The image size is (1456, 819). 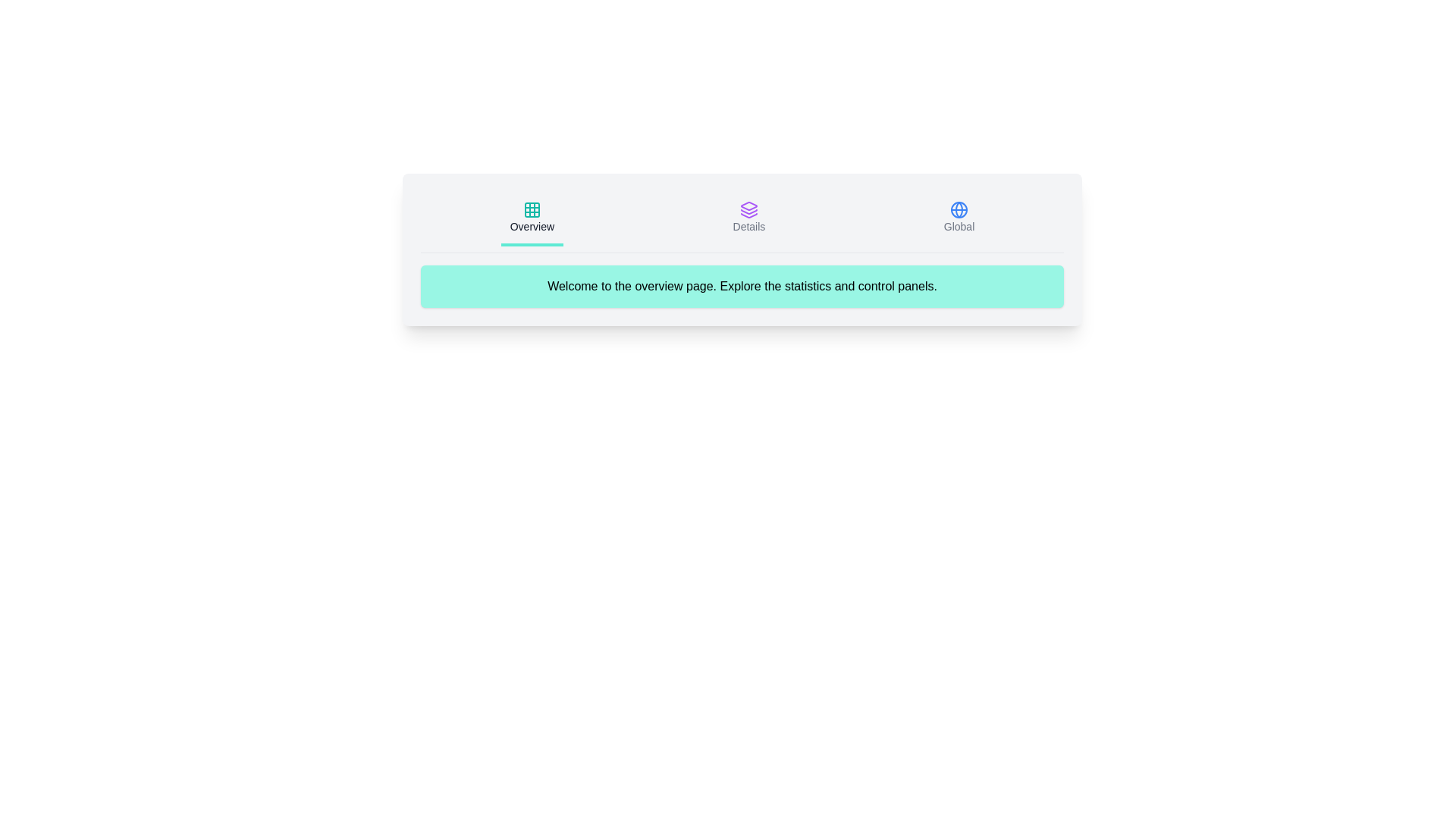 I want to click on the tab labeled Overview to switch to the corresponding tab, so click(x=531, y=219).